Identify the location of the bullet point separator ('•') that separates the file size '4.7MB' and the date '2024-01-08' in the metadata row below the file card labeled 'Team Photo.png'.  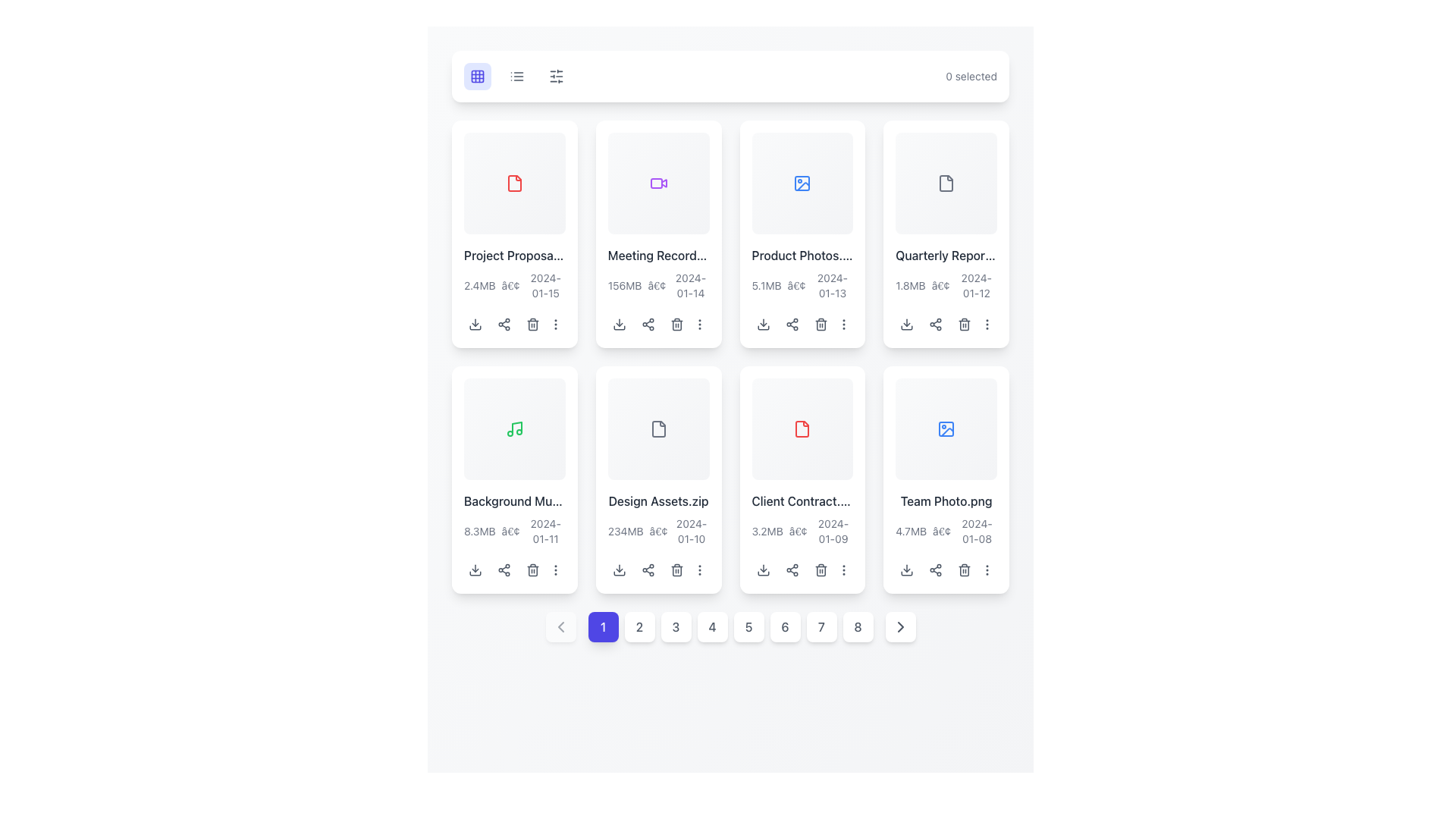
(941, 530).